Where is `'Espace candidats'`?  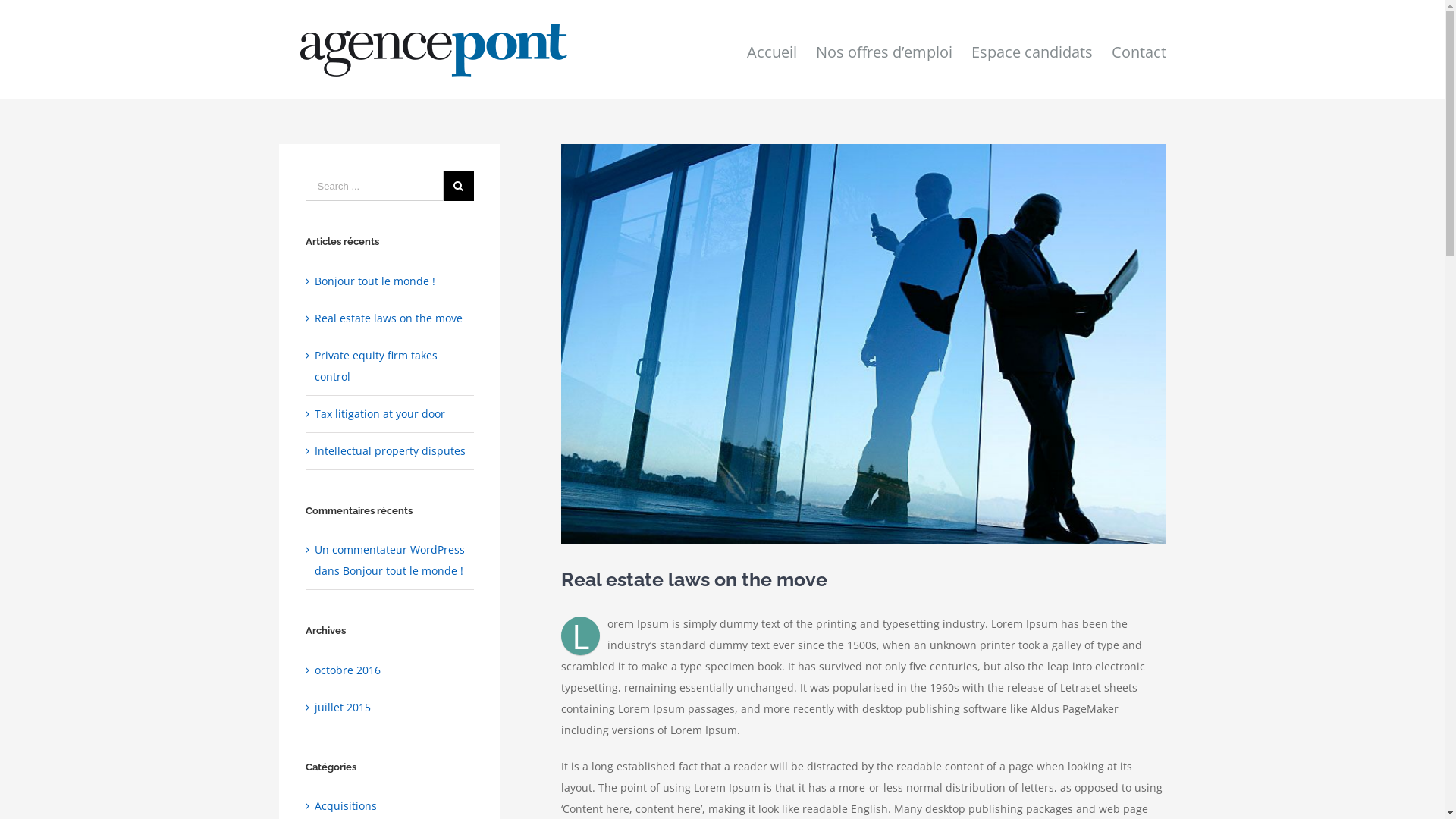 'Espace candidats' is located at coordinates (1031, 49).